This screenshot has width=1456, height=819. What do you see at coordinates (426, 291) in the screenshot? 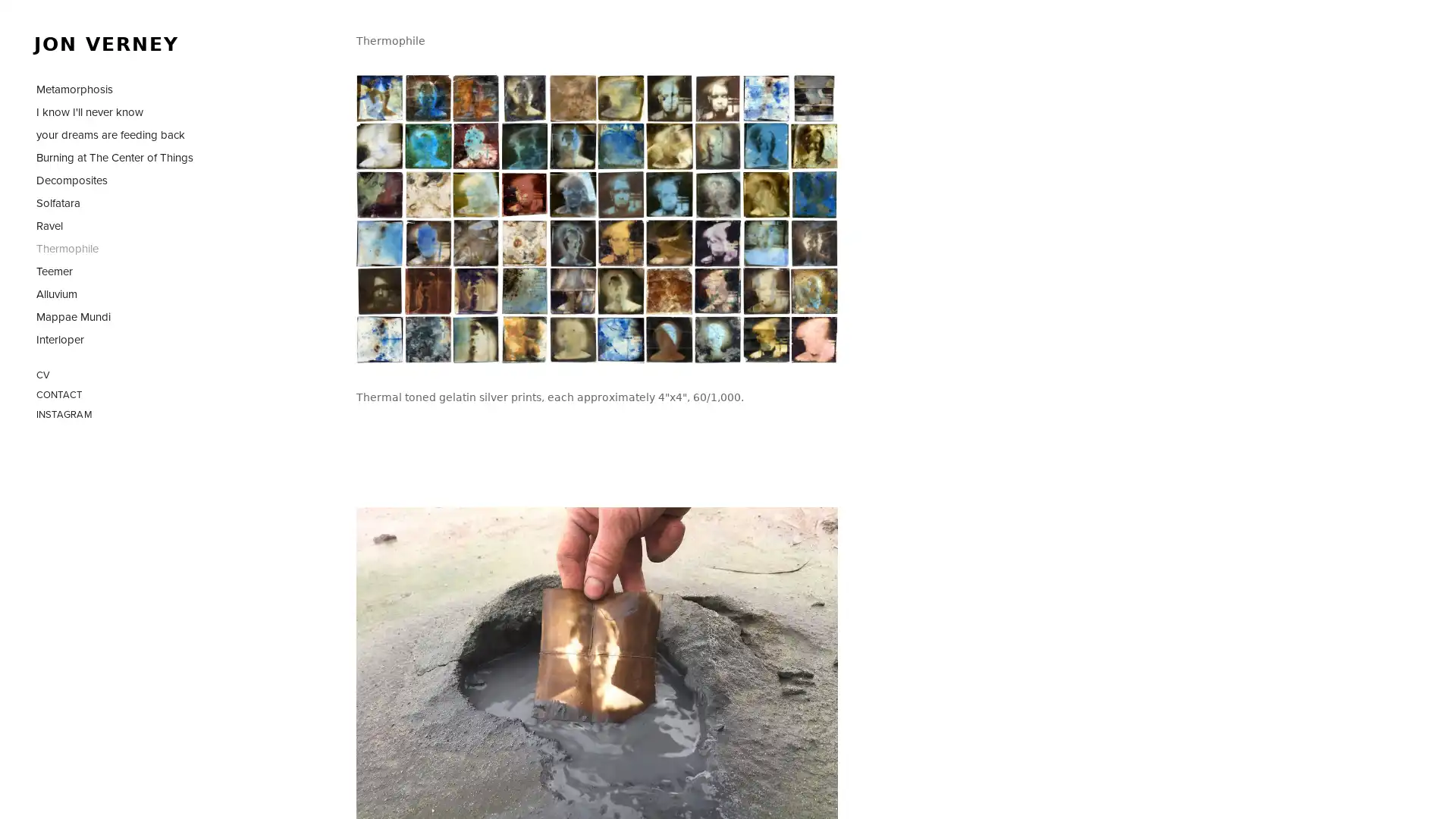
I see `View fullsize jon_verney_thermophile_18.jpg` at bounding box center [426, 291].